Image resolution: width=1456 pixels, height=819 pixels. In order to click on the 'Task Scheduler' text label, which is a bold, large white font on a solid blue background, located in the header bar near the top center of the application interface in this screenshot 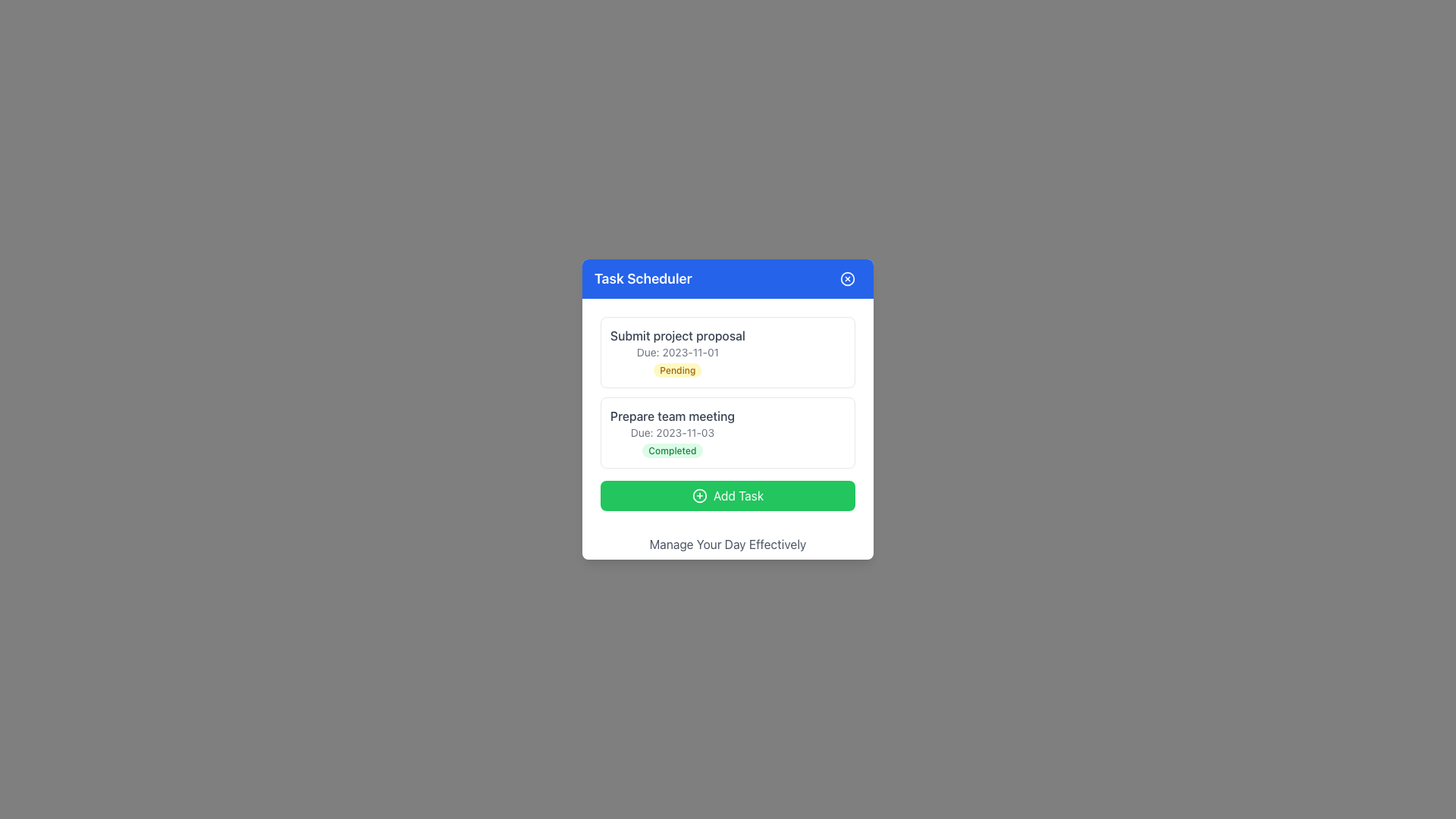, I will do `click(643, 278)`.